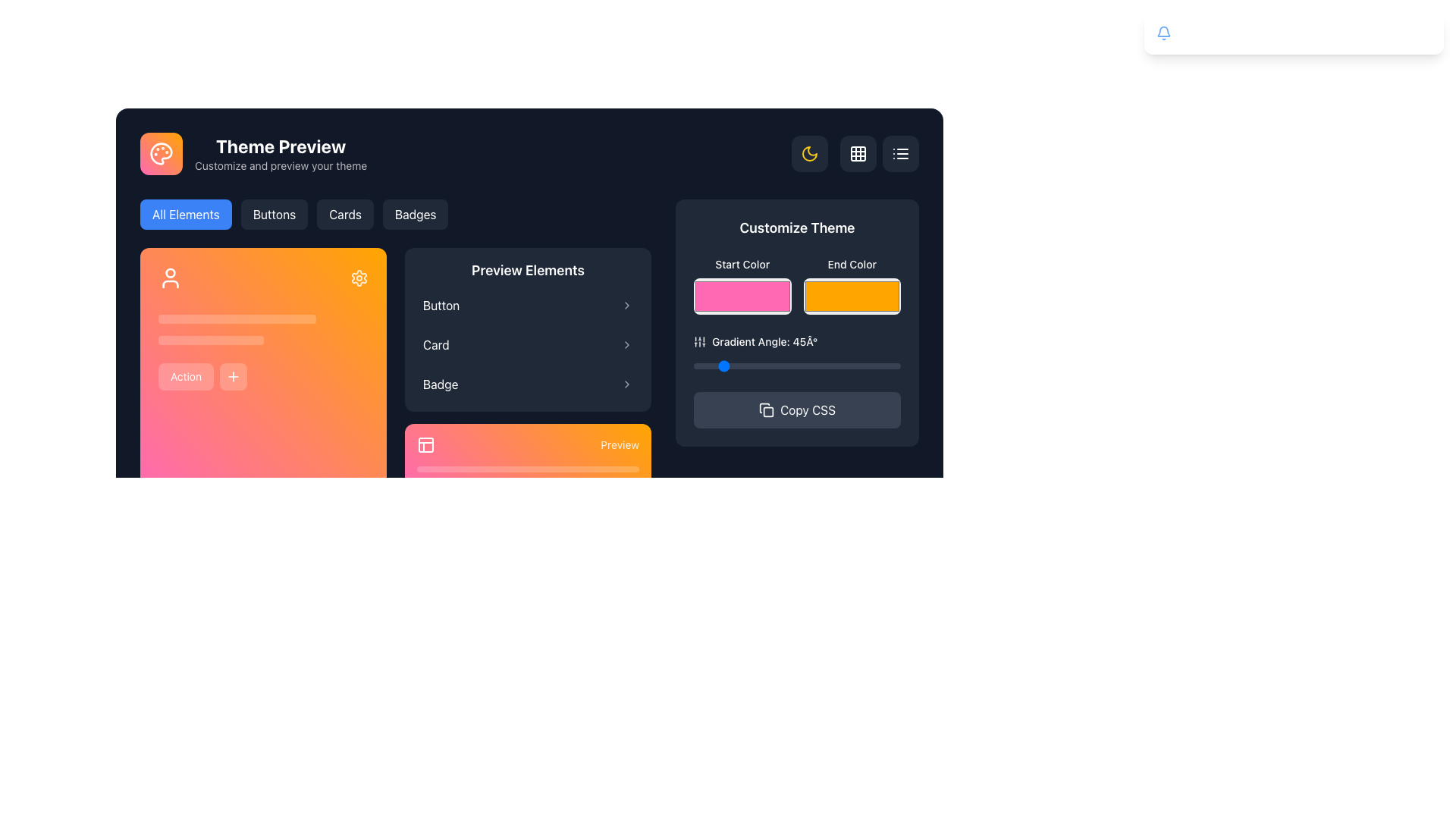 The width and height of the screenshot is (1456, 819). Describe the element at coordinates (271, 318) in the screenshot. I see `the slider` at that location.